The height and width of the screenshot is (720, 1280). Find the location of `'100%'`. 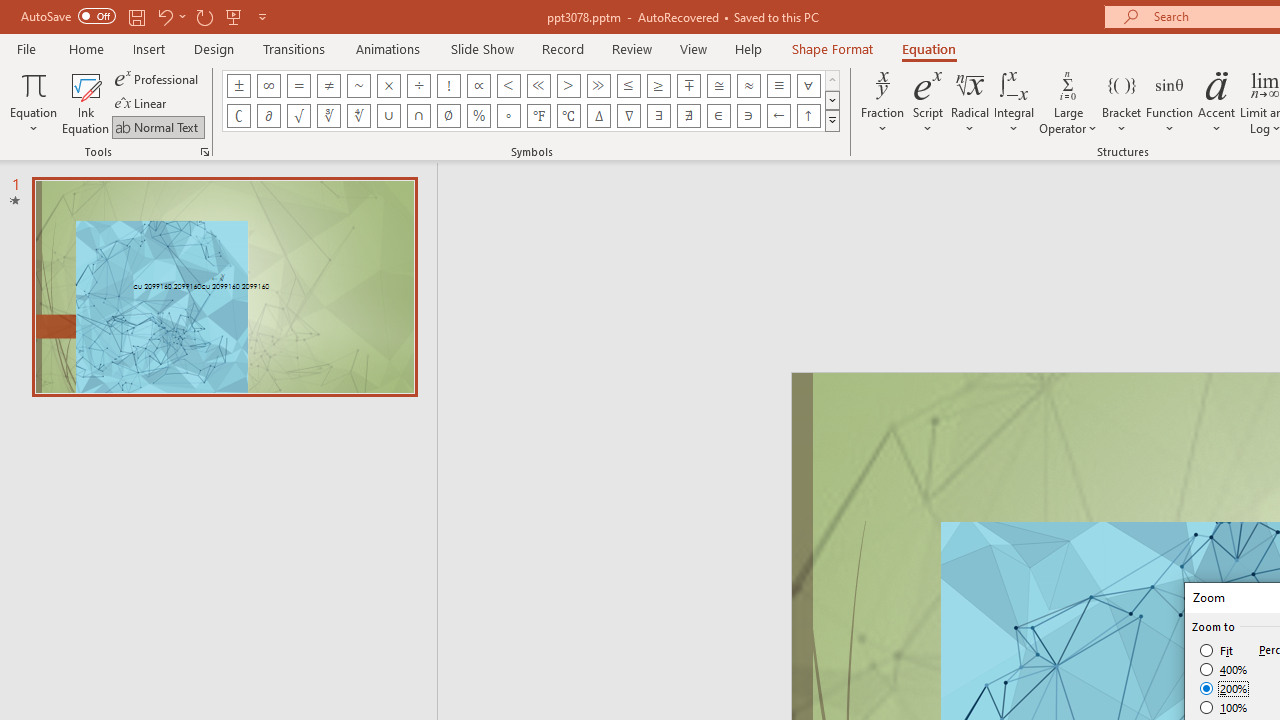

'100%' is located at coordinates (1223, 706).